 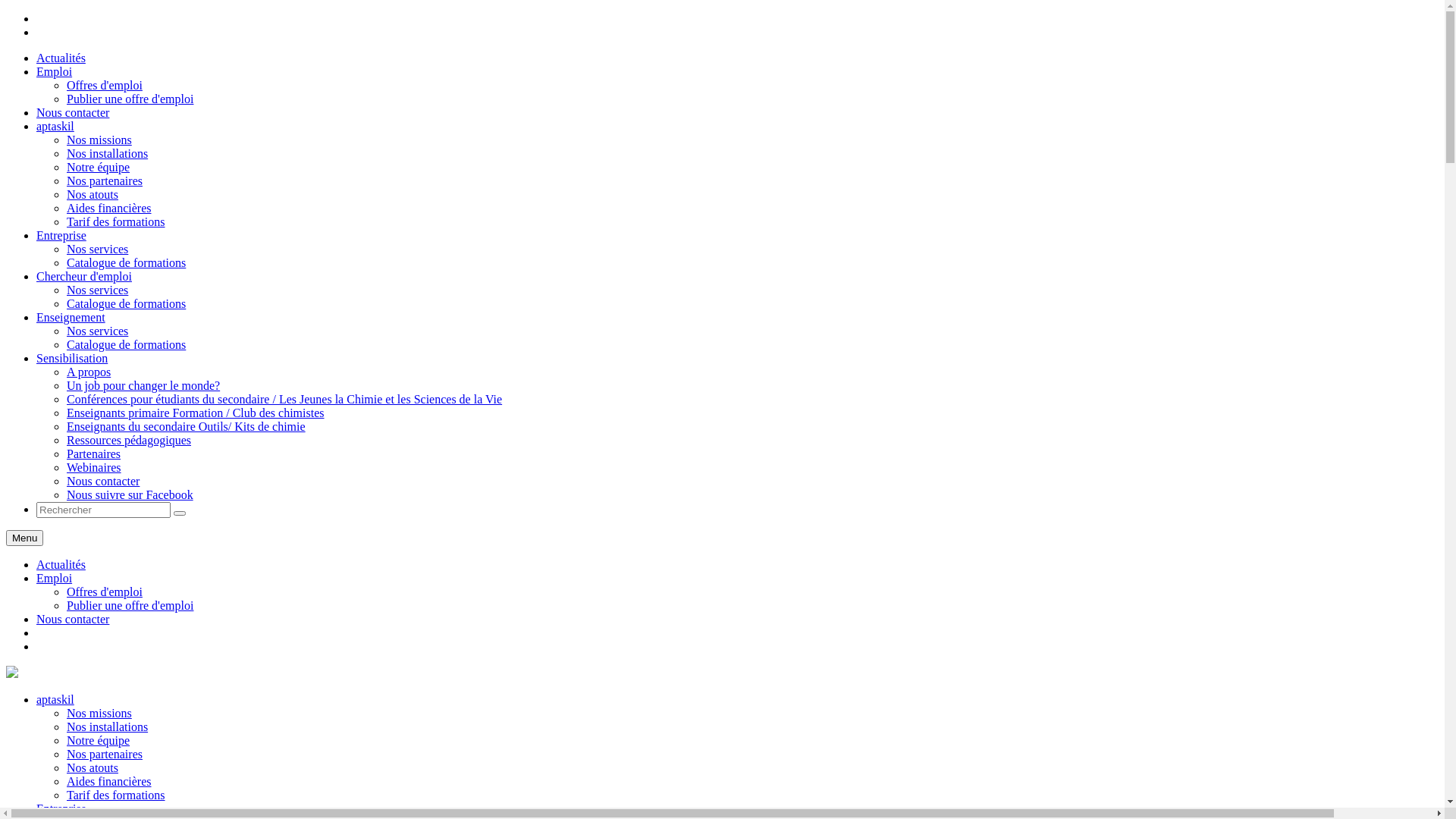 What do you see at coordinates (143, 384) in the screenshot?
I see `'Un job pour changer le monde?'` at bounding box center [143, 384].